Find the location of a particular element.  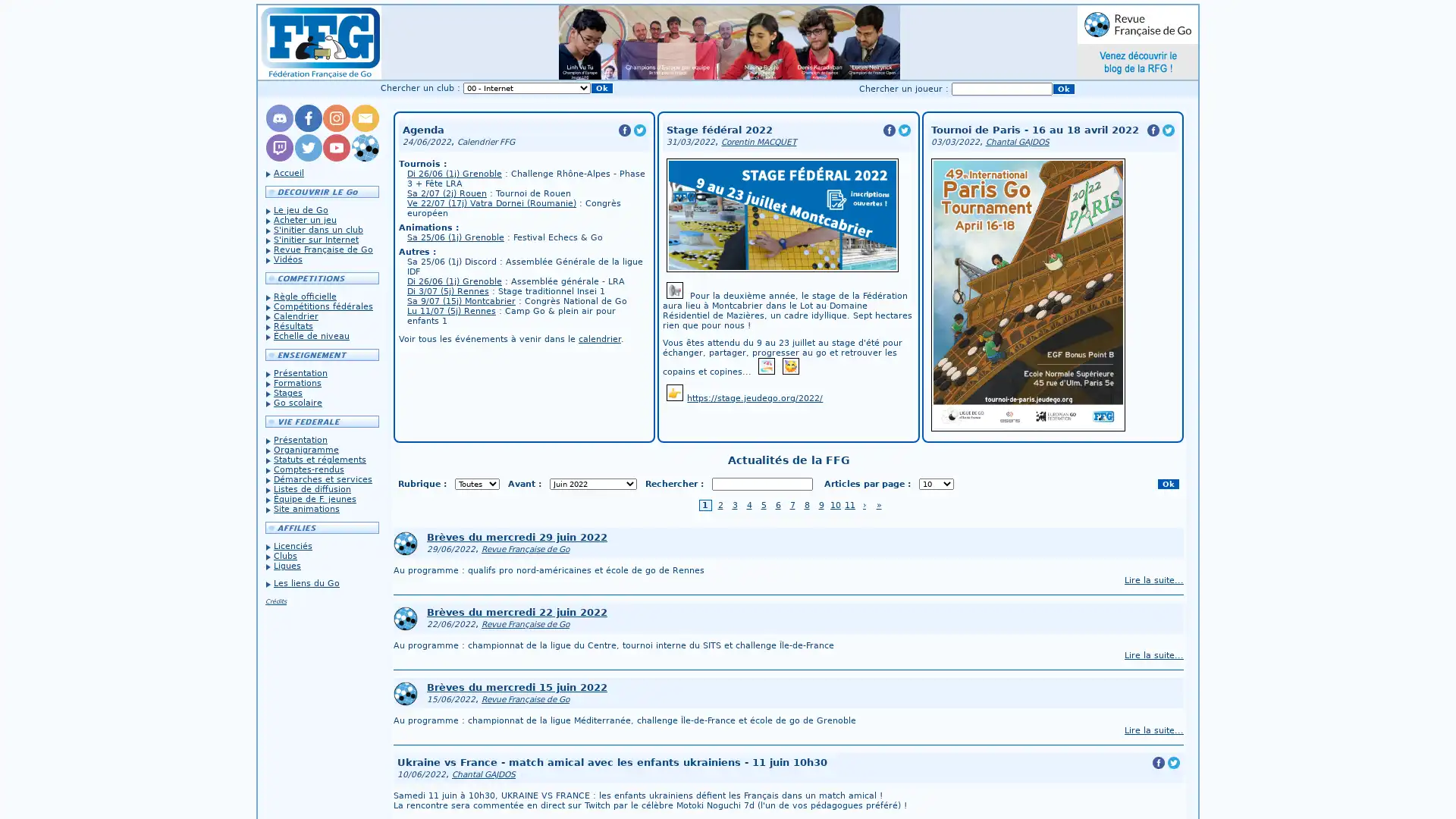

Ok is located at coordinates (1062, 89).